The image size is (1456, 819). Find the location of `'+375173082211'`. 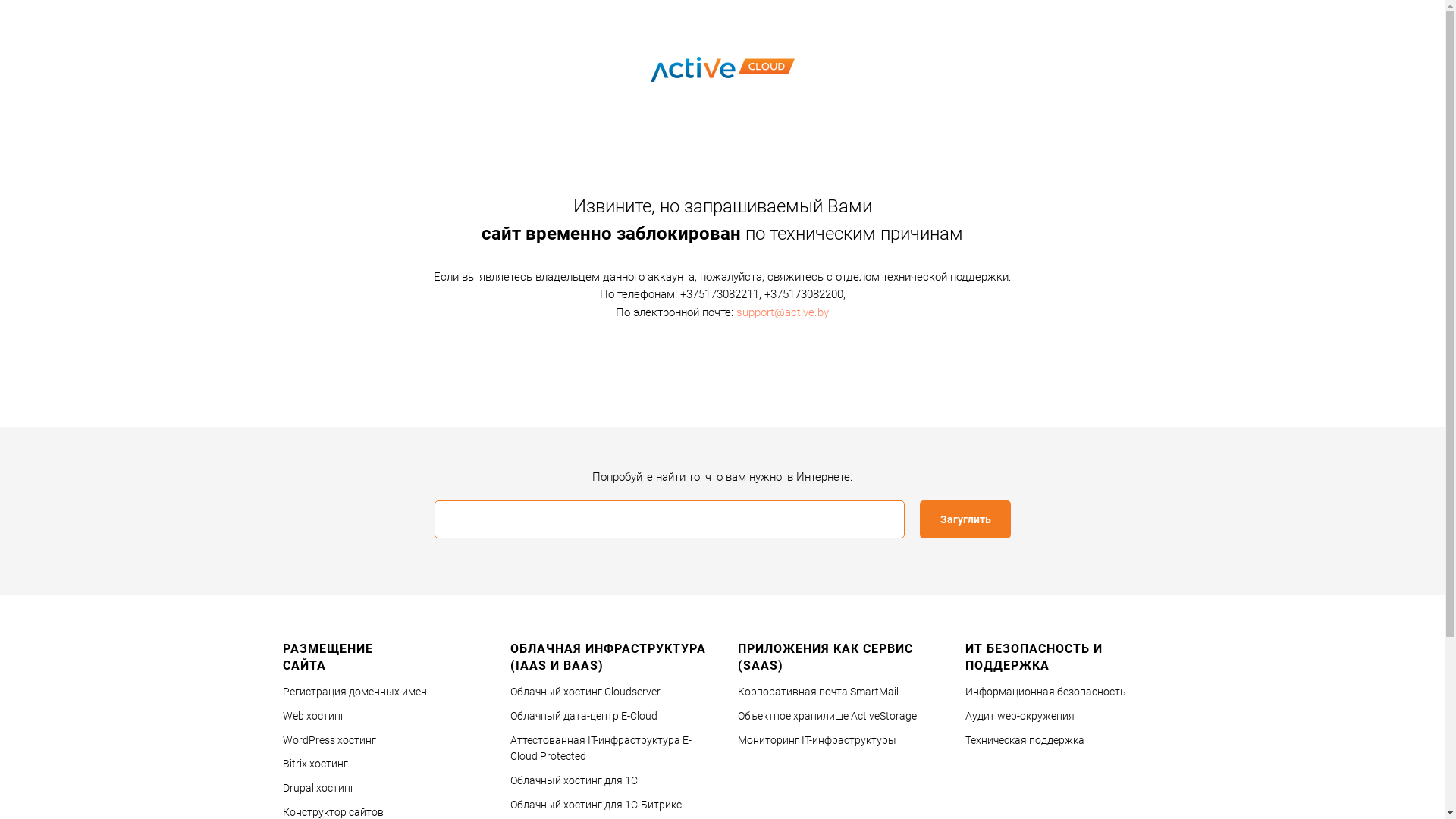

'+375173082211' is located at coordinates (718, 294).